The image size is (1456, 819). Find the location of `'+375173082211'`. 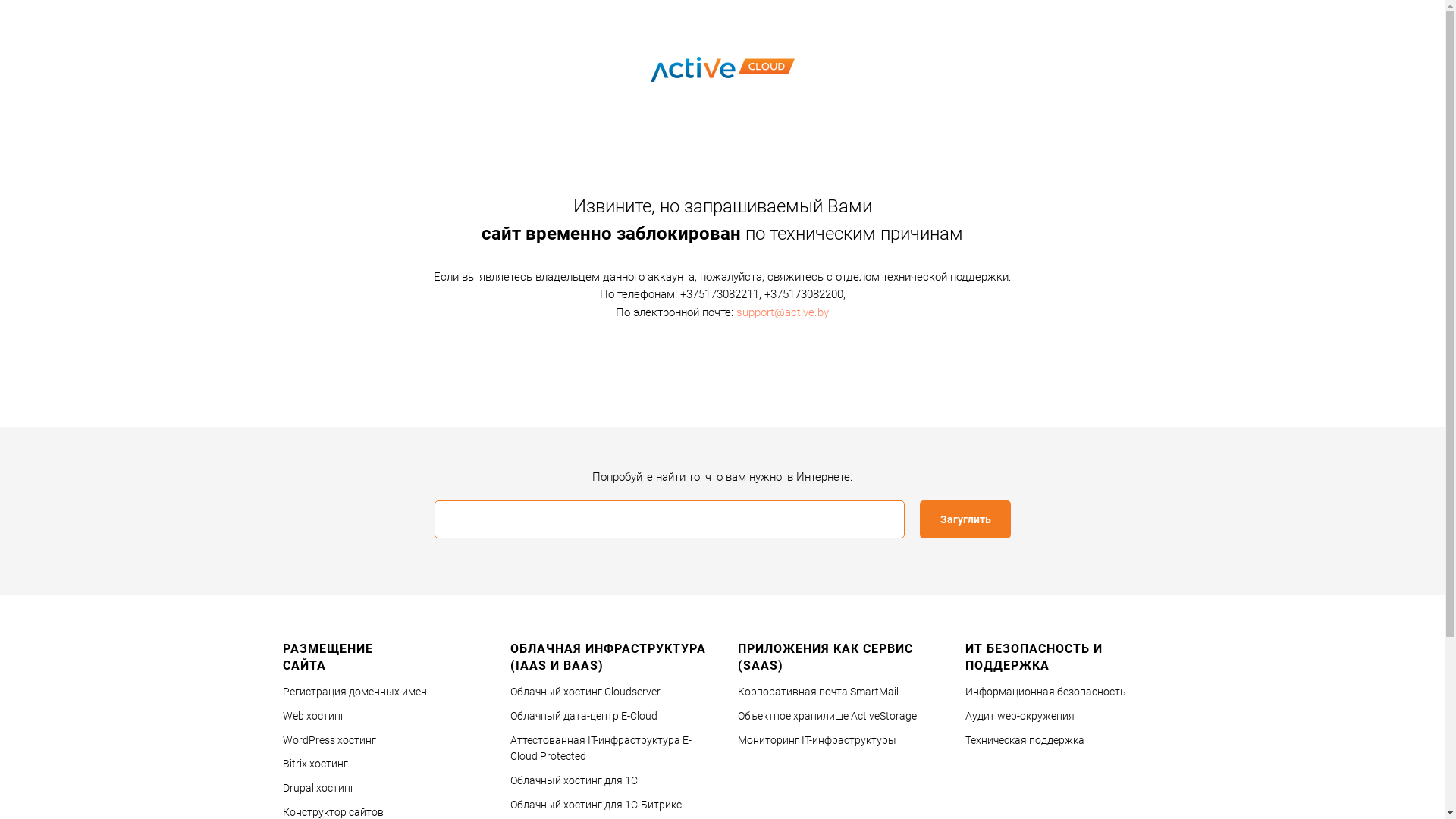

'+375173082211' is located at coordinates (718, 294).